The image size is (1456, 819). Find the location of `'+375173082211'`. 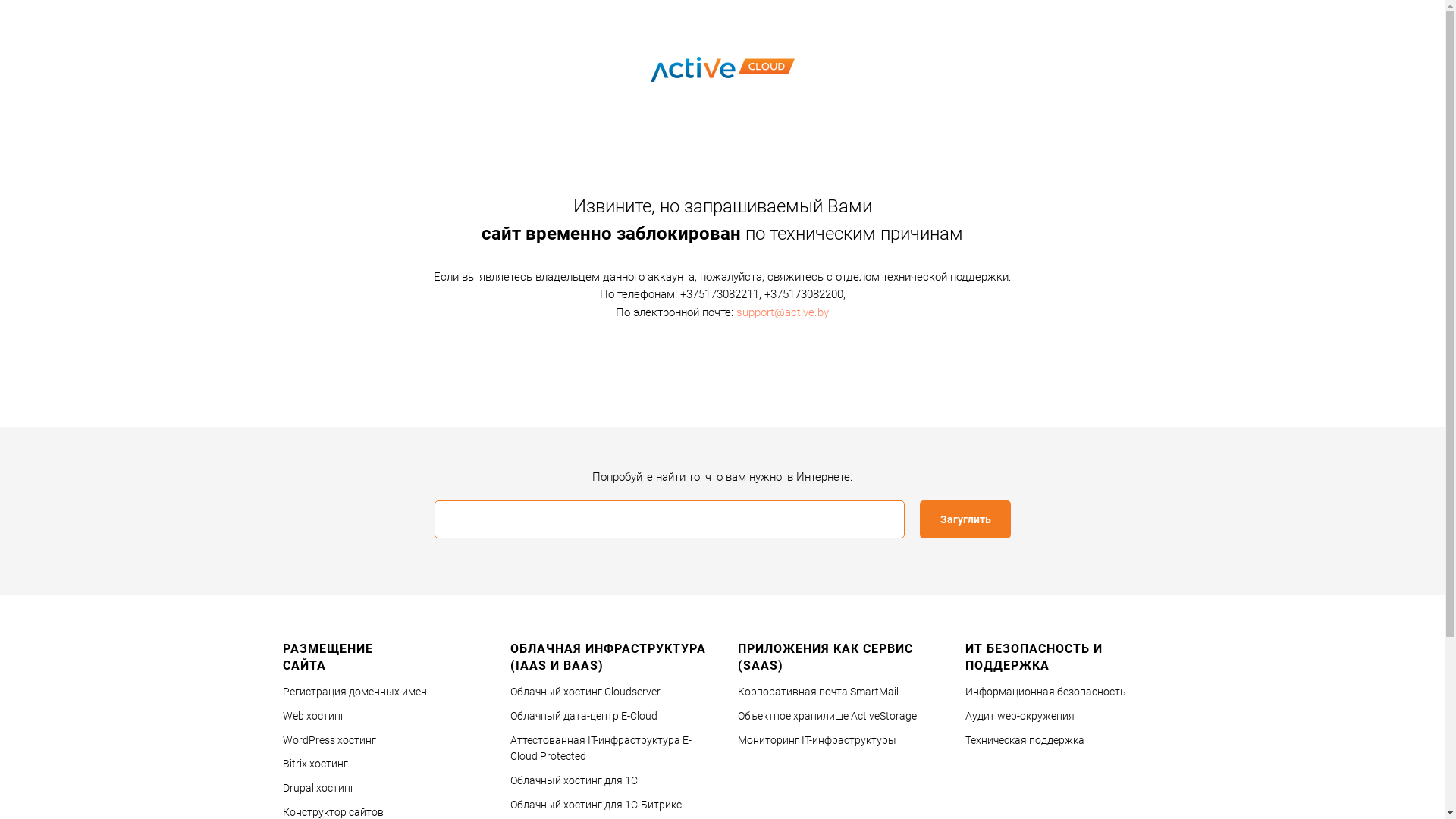

'+375173082211' is located at coordinates (718, 294).